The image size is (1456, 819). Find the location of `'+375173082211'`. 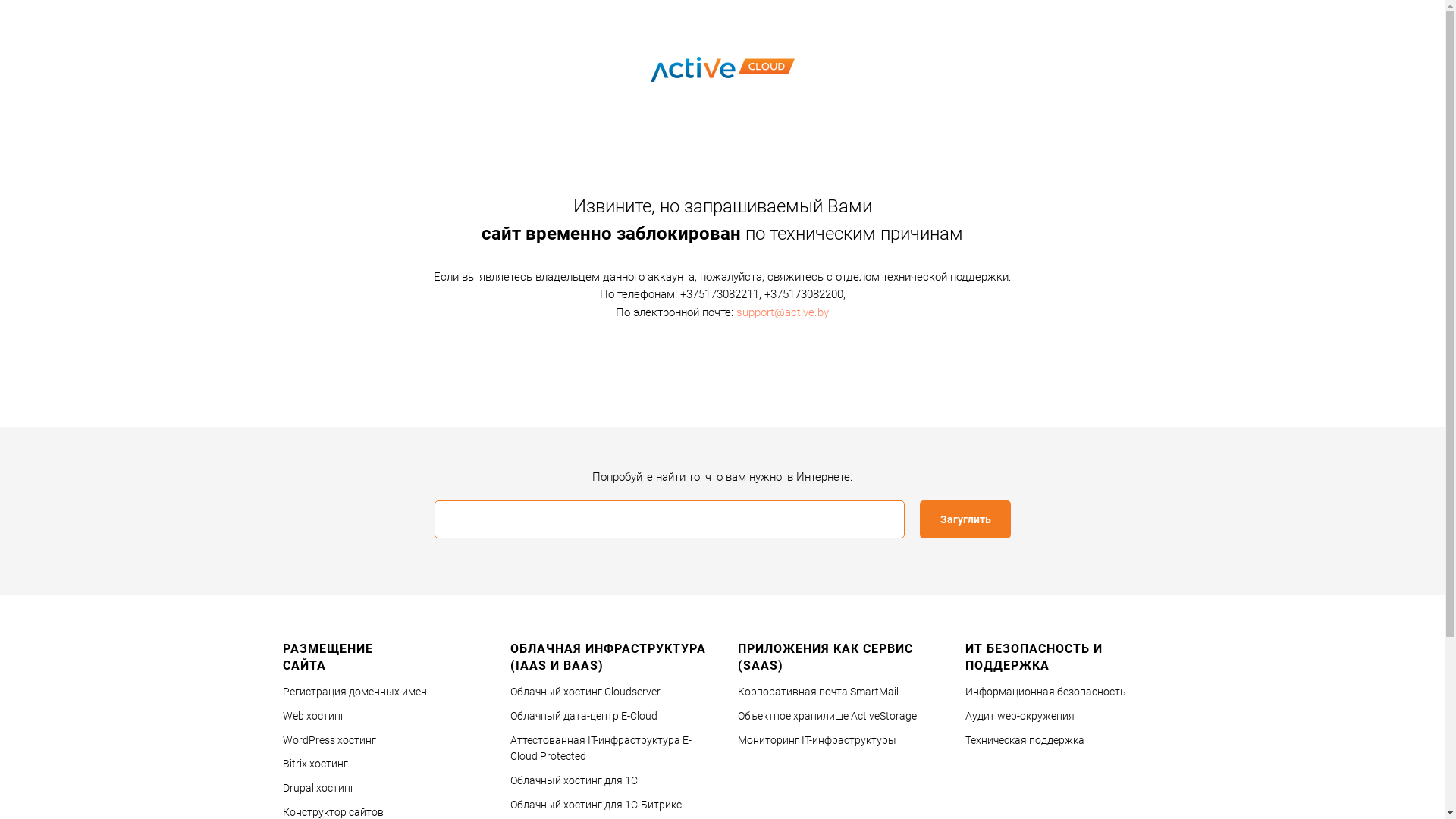

'+375173082211' is located at coordinates (718, 294).